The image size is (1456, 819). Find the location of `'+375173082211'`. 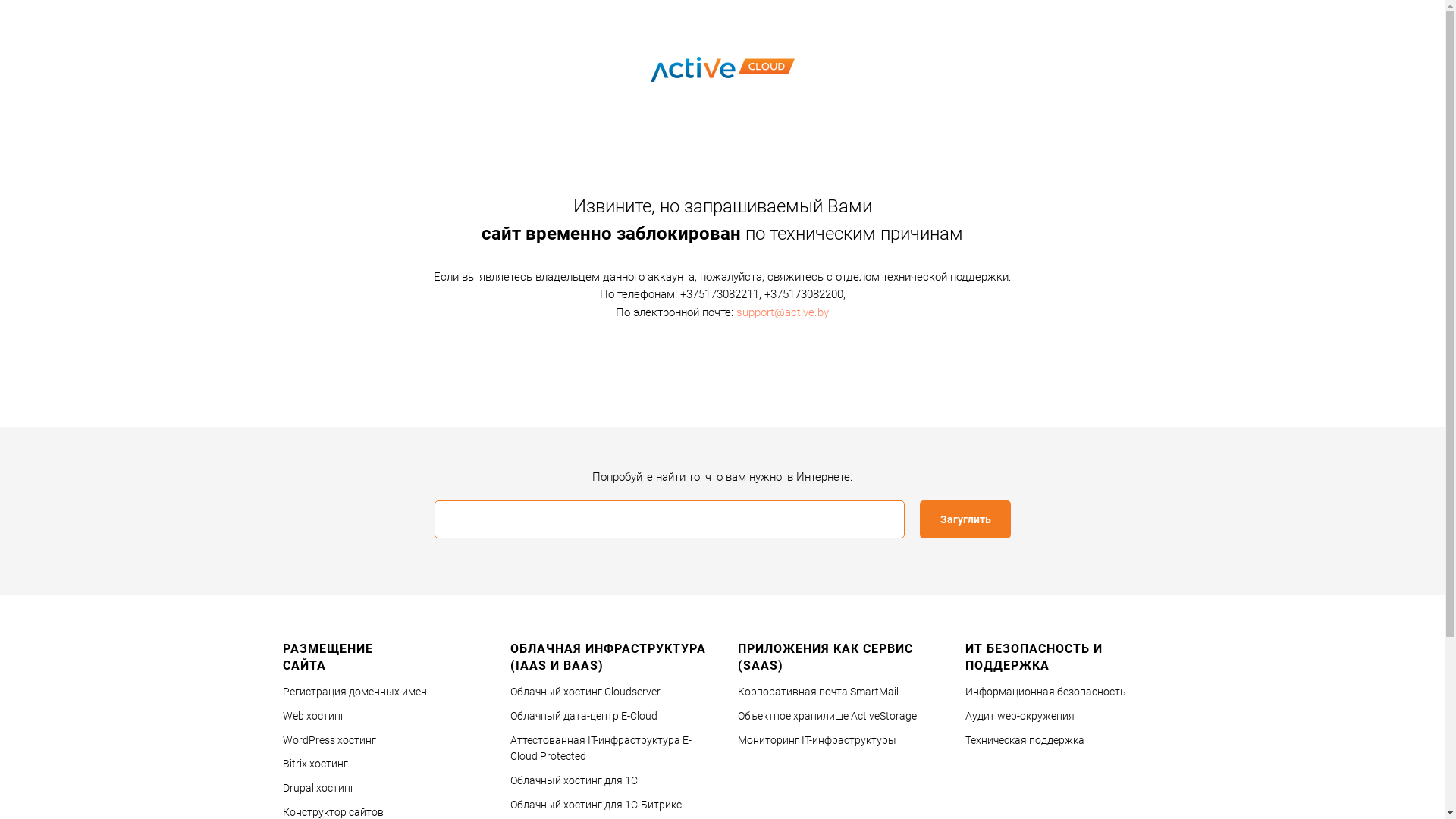

'+375173082211' is located at coordinates (718, 294).